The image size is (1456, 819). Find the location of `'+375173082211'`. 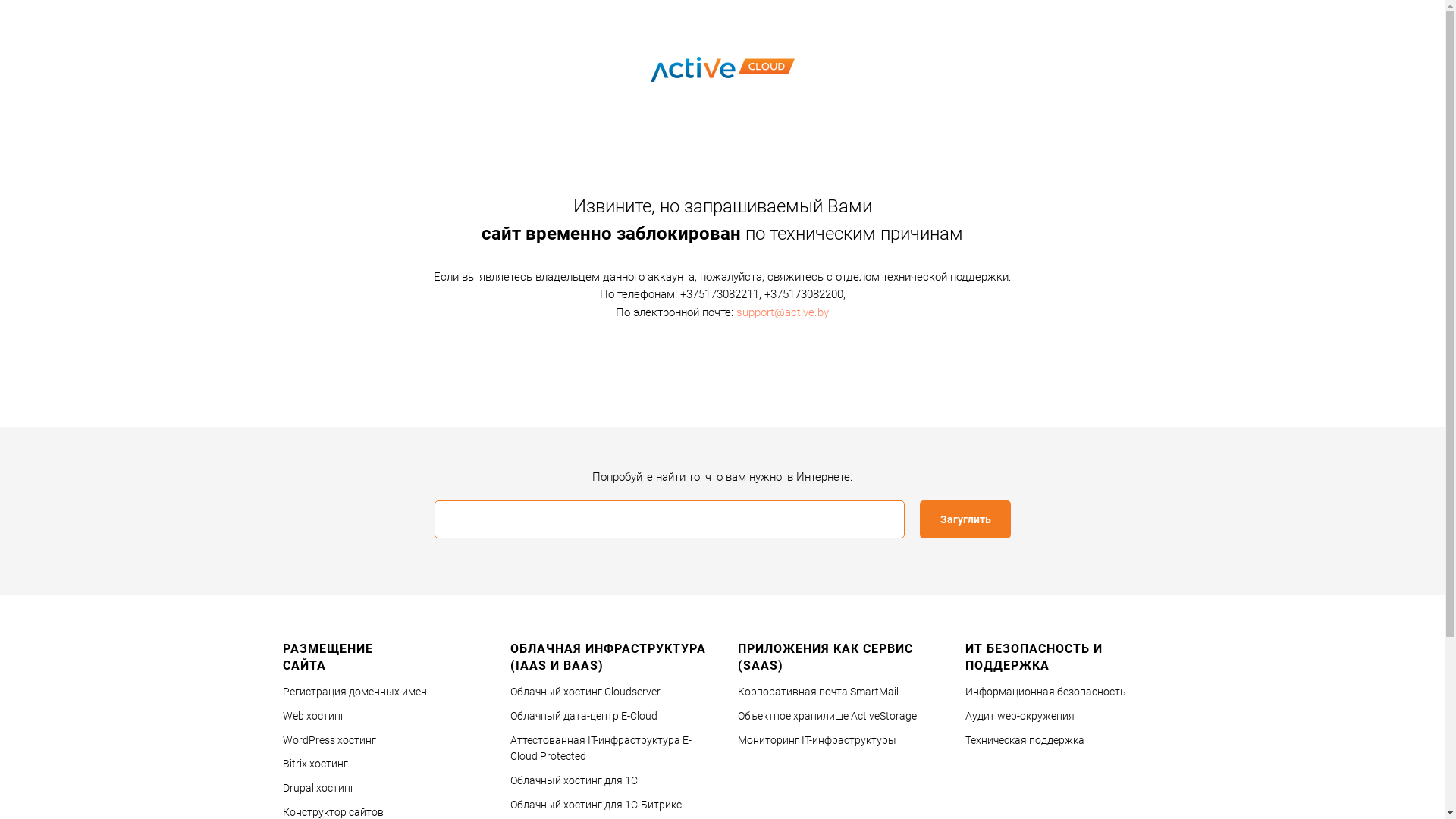

'+375173082211' is located at coordinates (718, 294).